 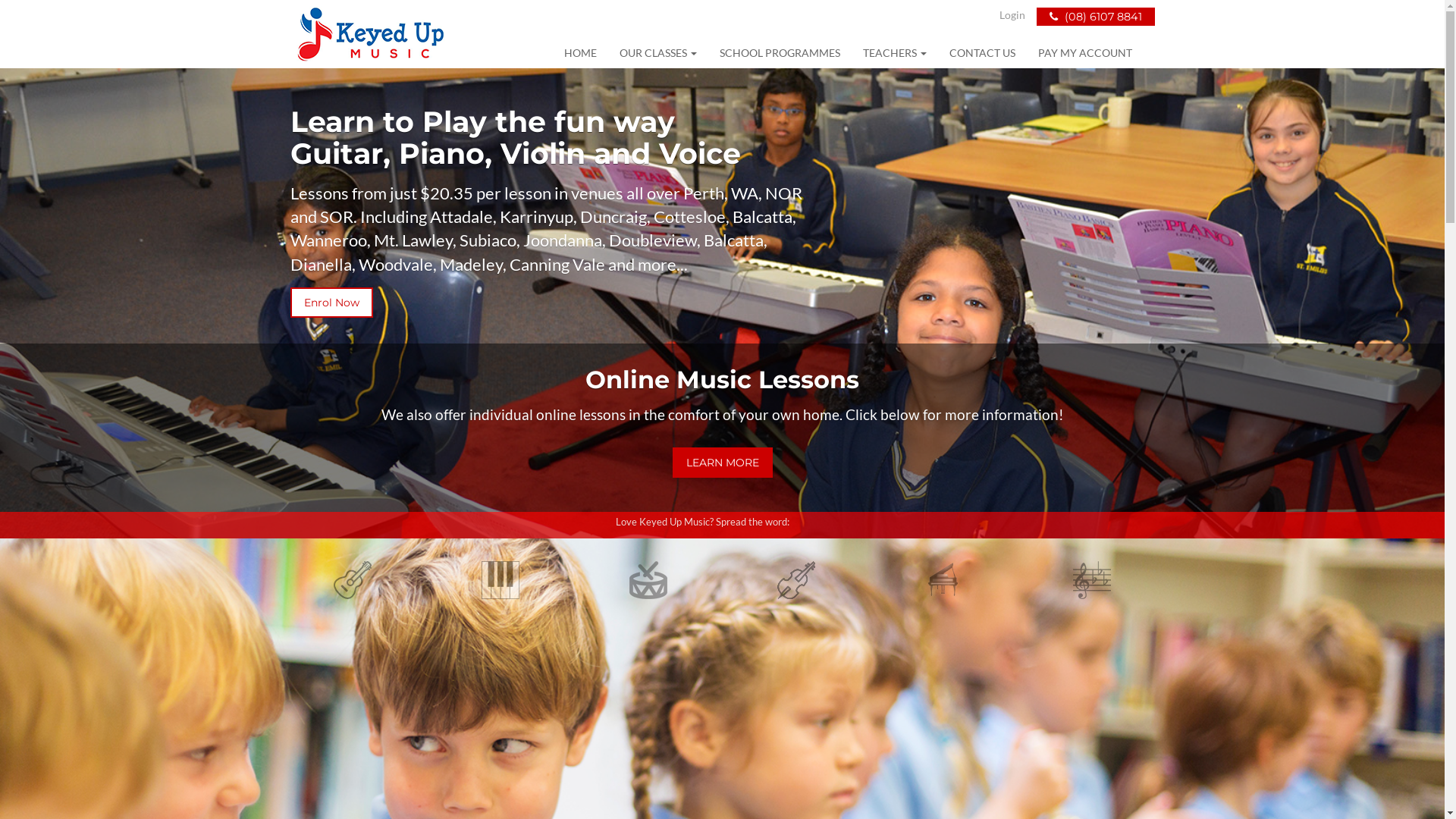 I want to click on 'CONTACT US', so click(x=981, y=52).